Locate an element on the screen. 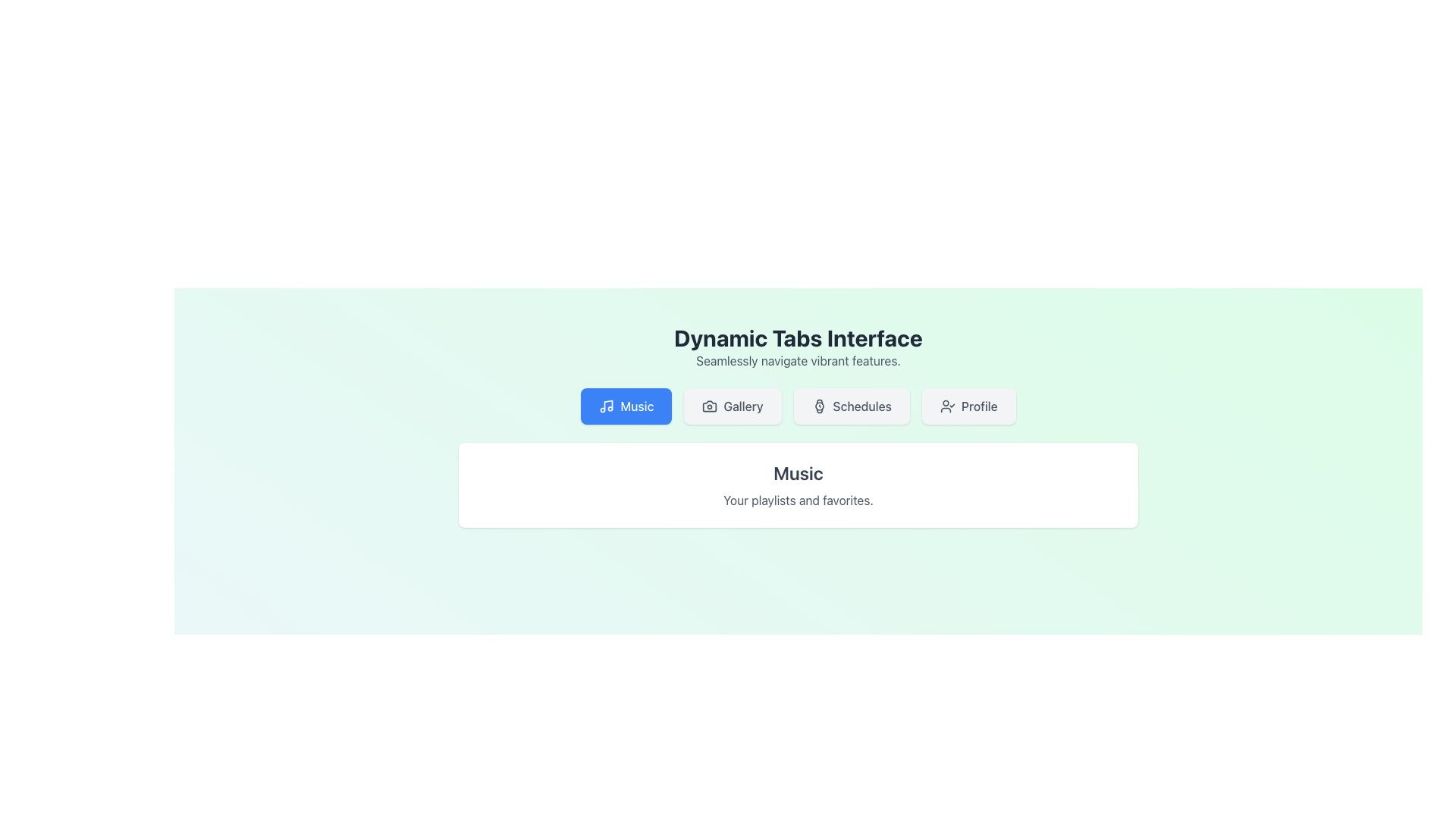 This screenshot has width=1456, height=819. static text element that displays 'Seamlessly navigate vibrant features.' positioned beneath the title 'Dynamic Tabs Interface.' is located at coordinates (797, 360).